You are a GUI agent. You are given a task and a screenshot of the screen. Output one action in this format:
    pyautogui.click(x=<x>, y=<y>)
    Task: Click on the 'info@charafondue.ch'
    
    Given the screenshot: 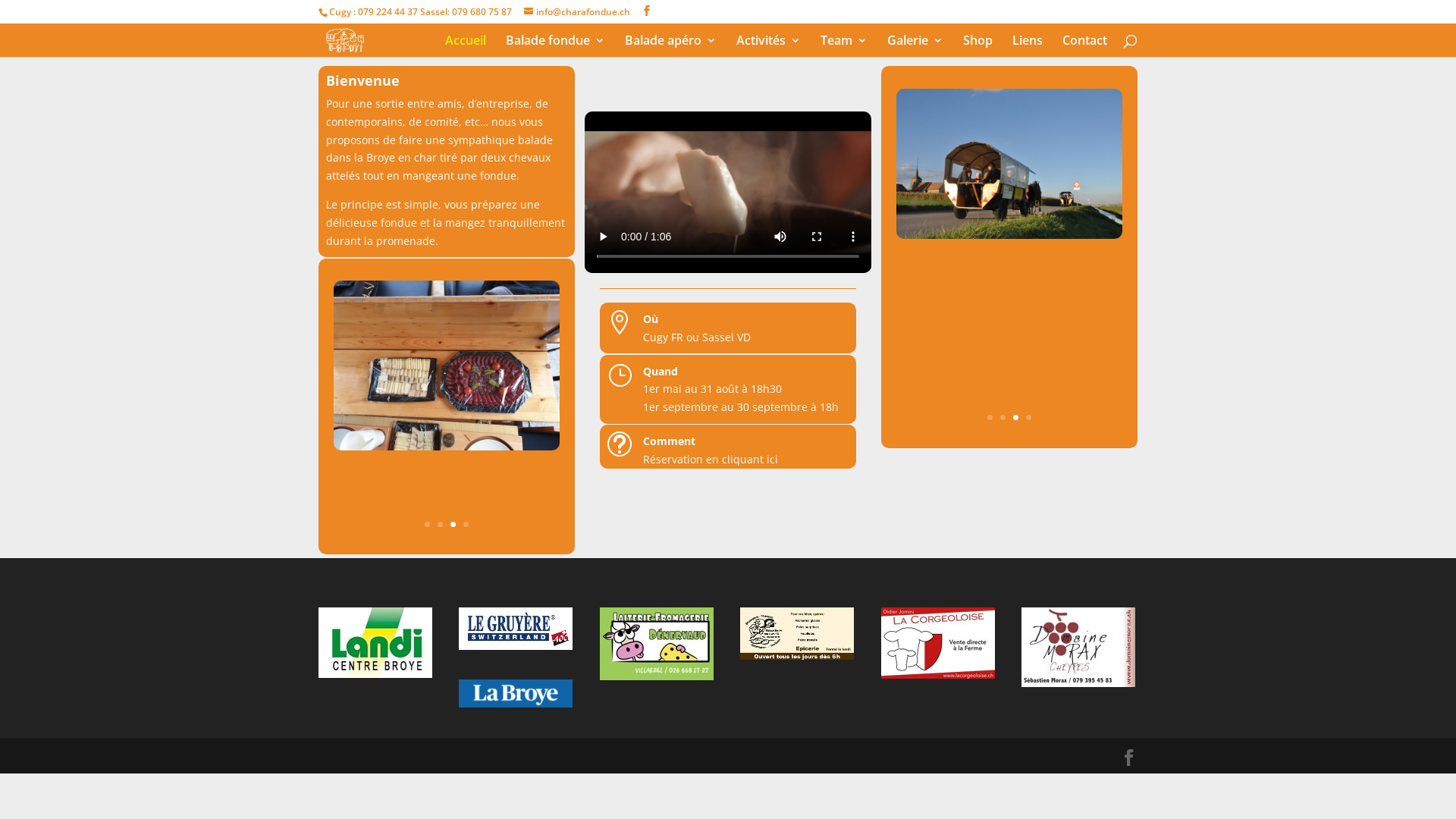 What is the action you would take?
    pyautogui.click(x=576, y=11)
    